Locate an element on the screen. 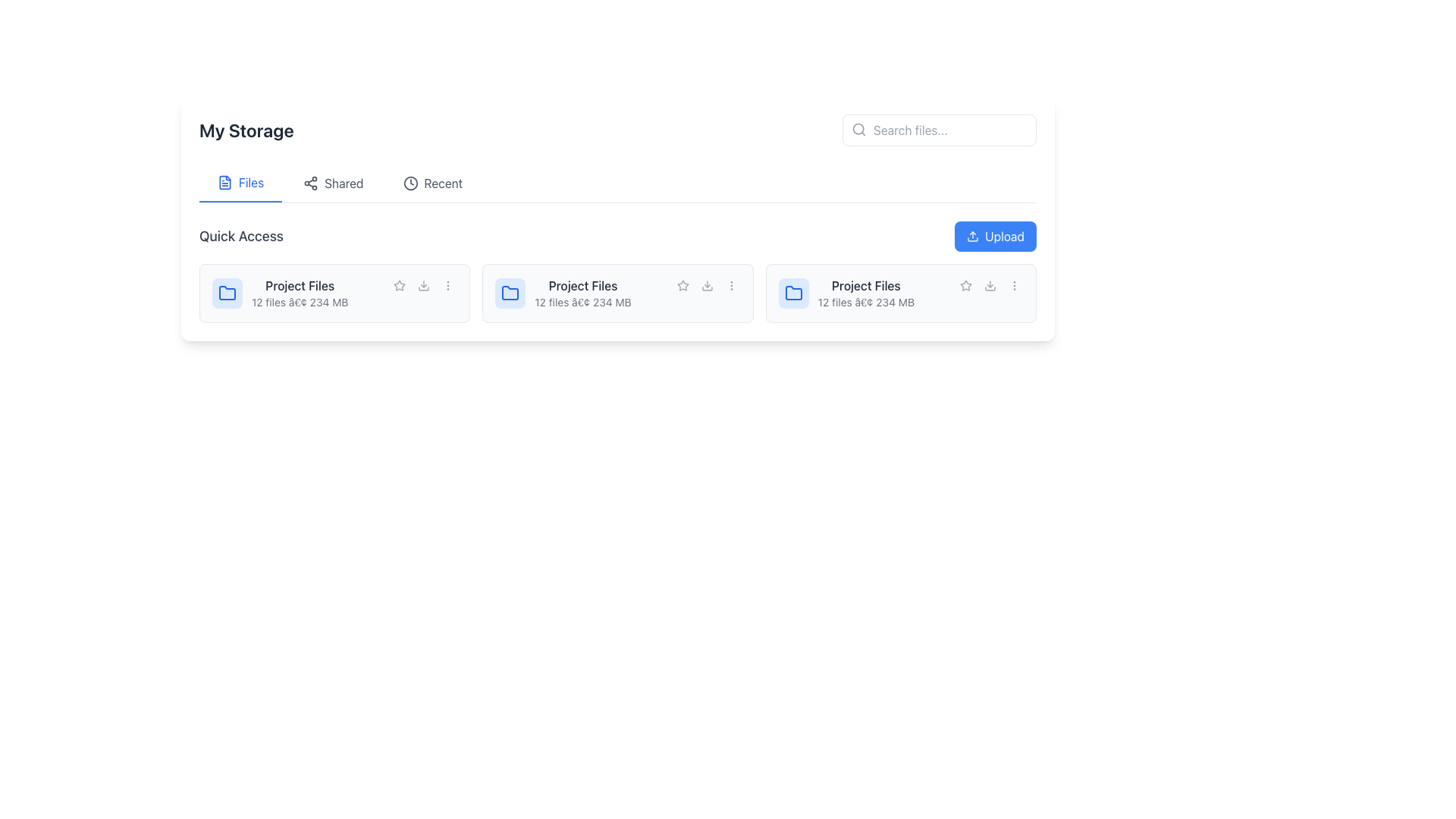 Image resolution: width=1456 pixels, height=819 pixels. the blue folder icon located in the first 'Quick Access' card is located at coordinates (226, 293).